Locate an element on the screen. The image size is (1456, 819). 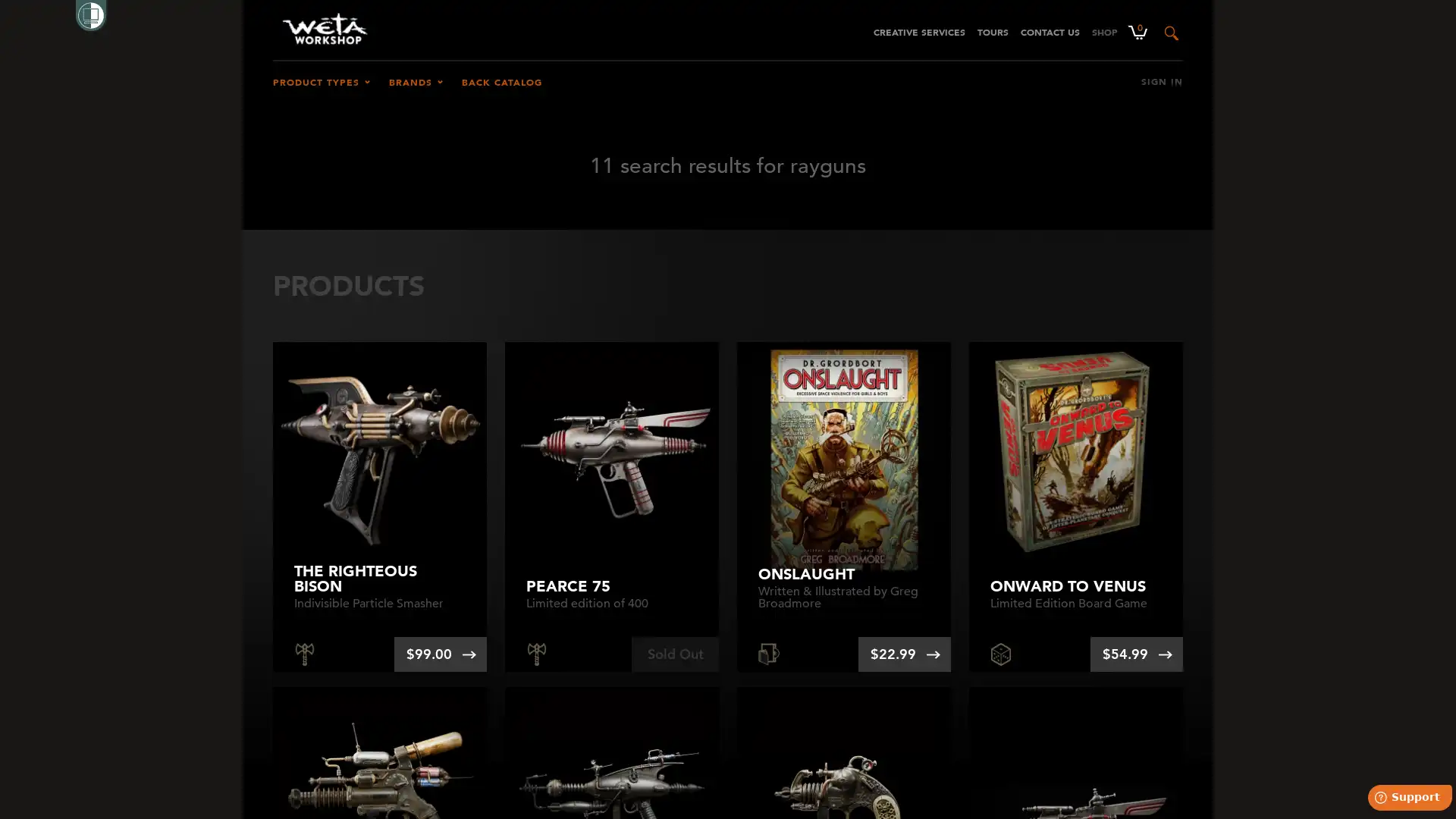
$54.99 Buy Now is located at coordinates (1136, 654).